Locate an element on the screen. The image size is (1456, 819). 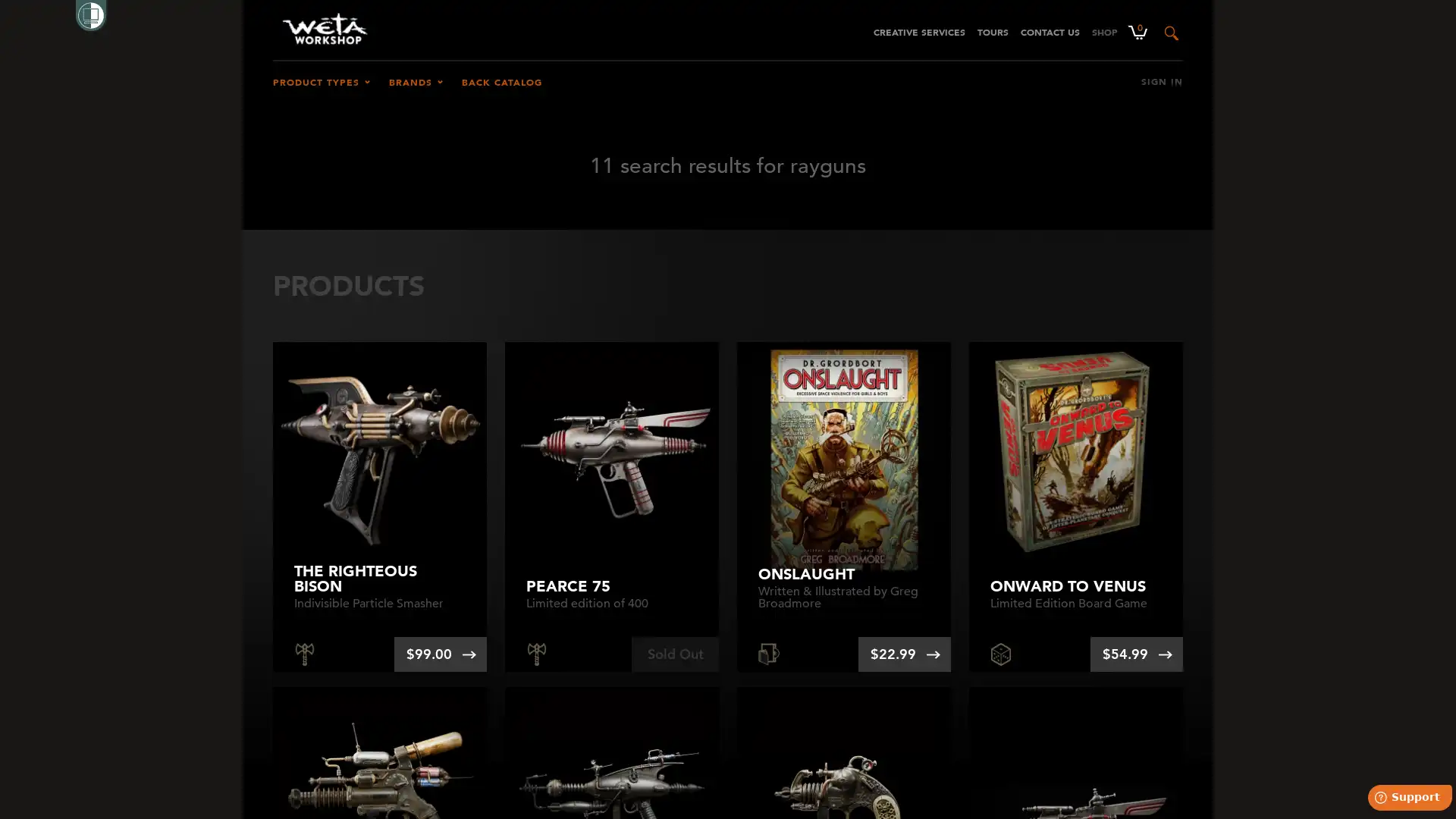
$54.99 Buy Now is located at coordinates (1136, 654).